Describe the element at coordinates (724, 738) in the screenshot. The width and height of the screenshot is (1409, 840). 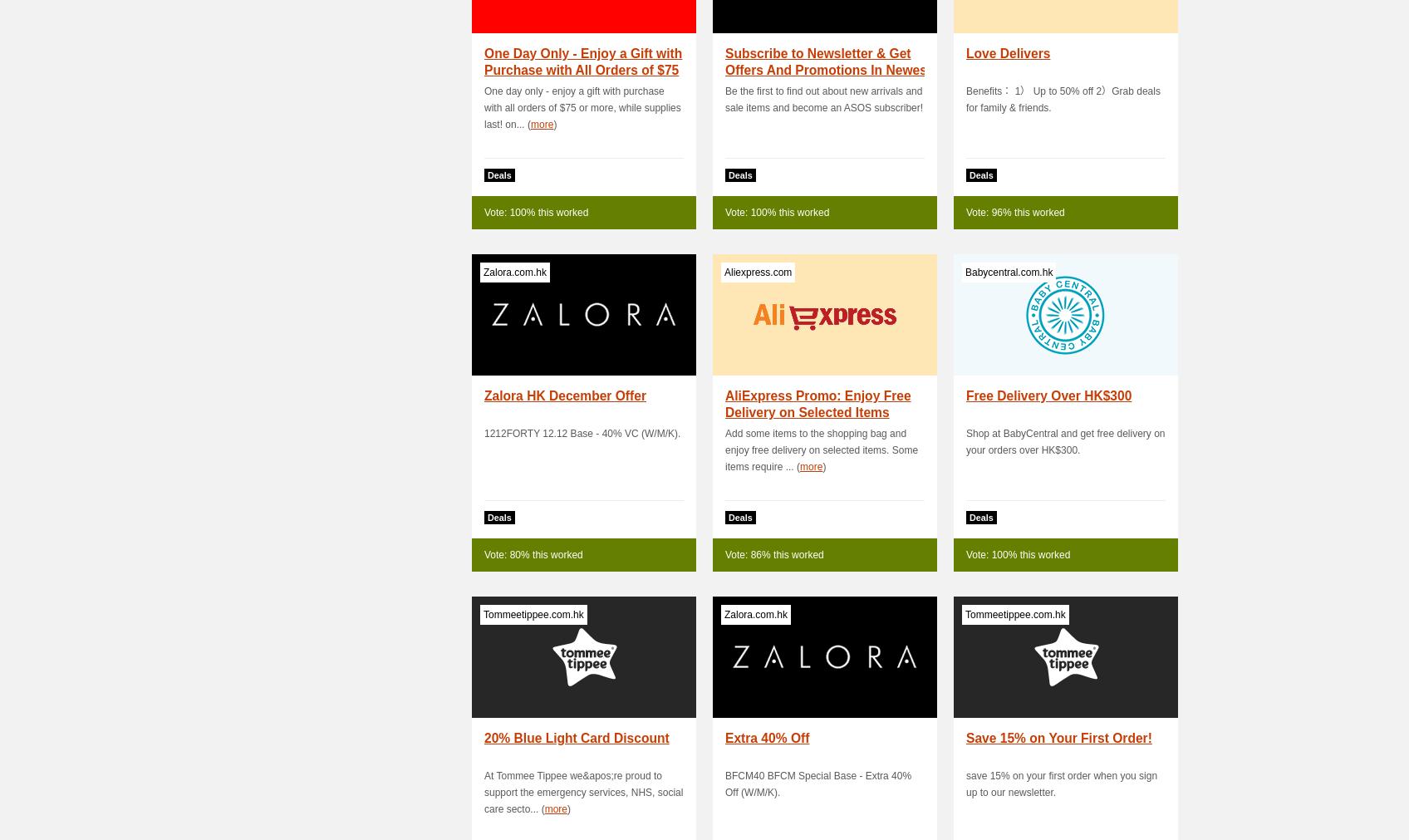
I see `'Extra 40% Off'` at that location.